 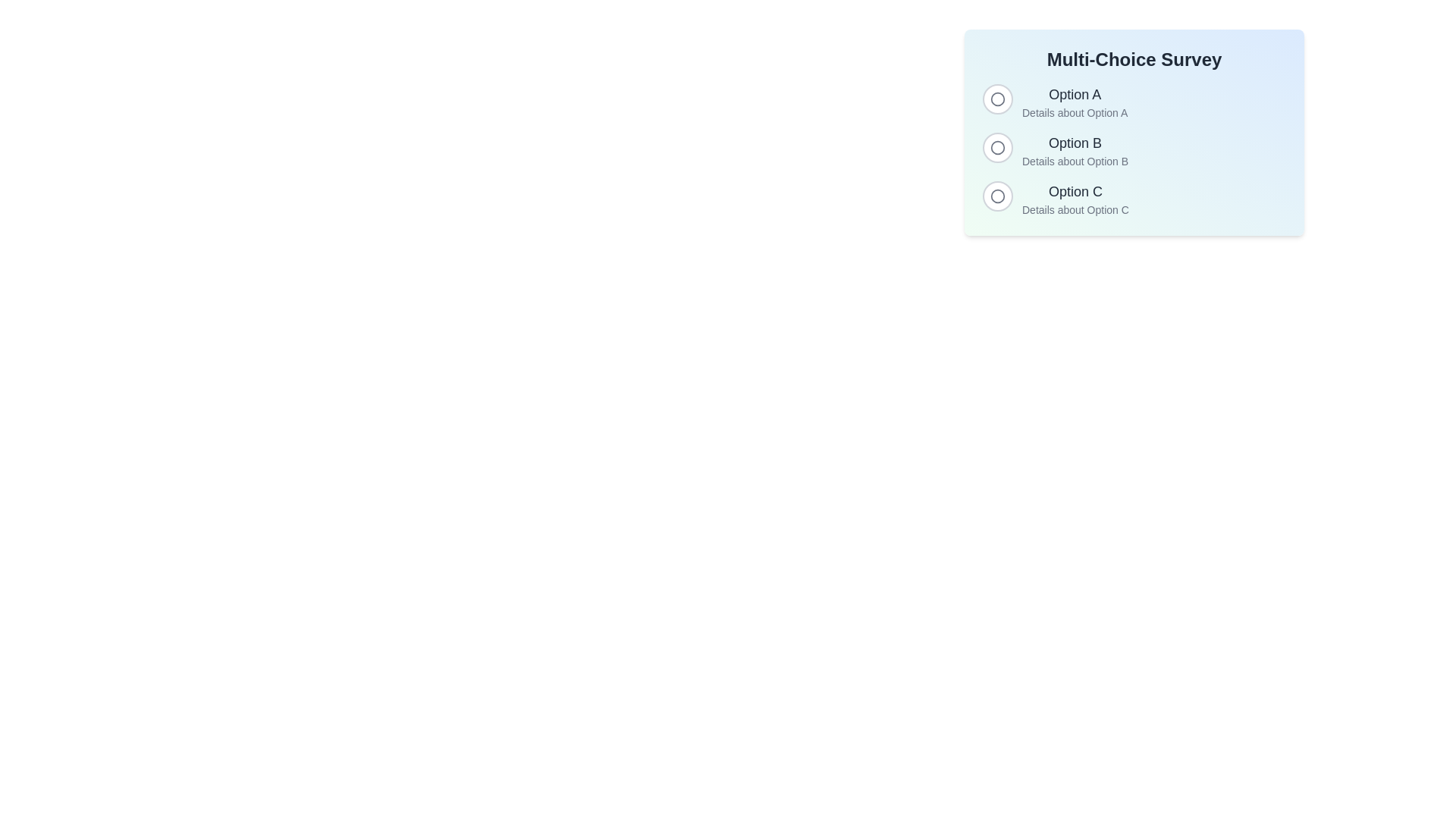 I want to click on the radio button for 'Option B' in the Multi-Choice Survey for keyboard navigation, so click(x=1134, y=151).